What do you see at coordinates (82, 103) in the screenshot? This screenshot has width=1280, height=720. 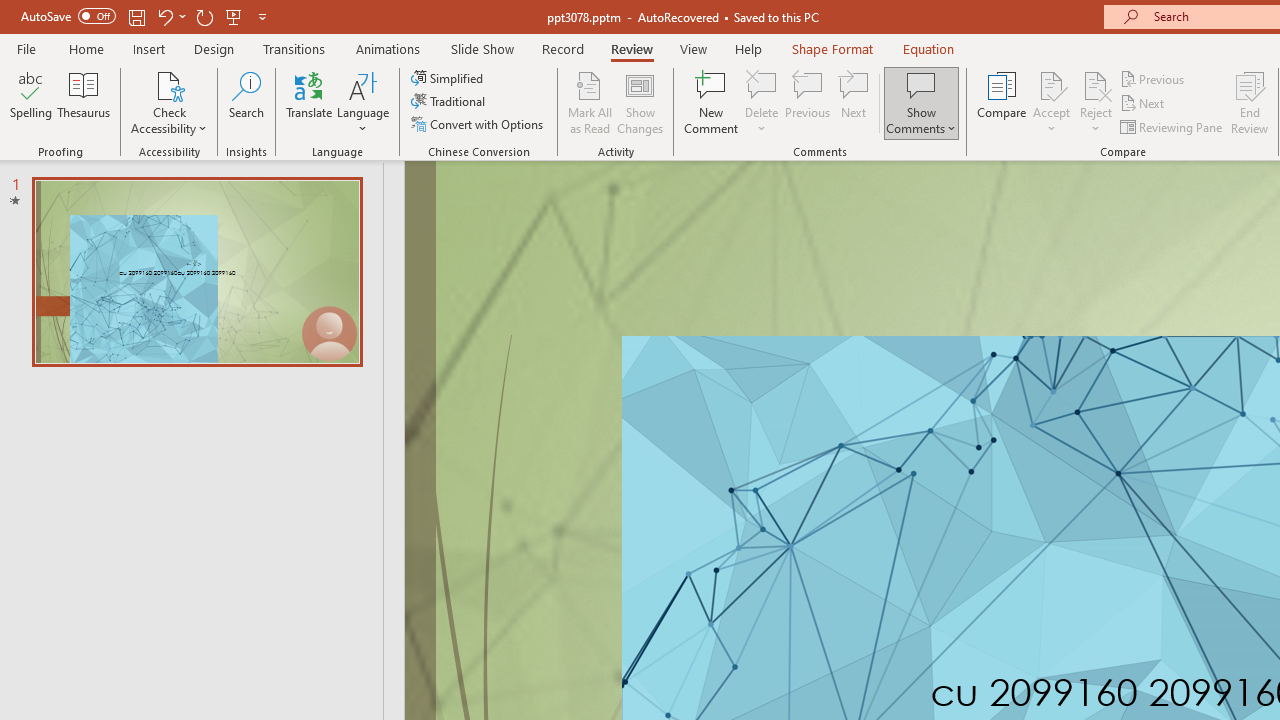 I see `'Thesaurus...'` at bounding box center [82, 103].